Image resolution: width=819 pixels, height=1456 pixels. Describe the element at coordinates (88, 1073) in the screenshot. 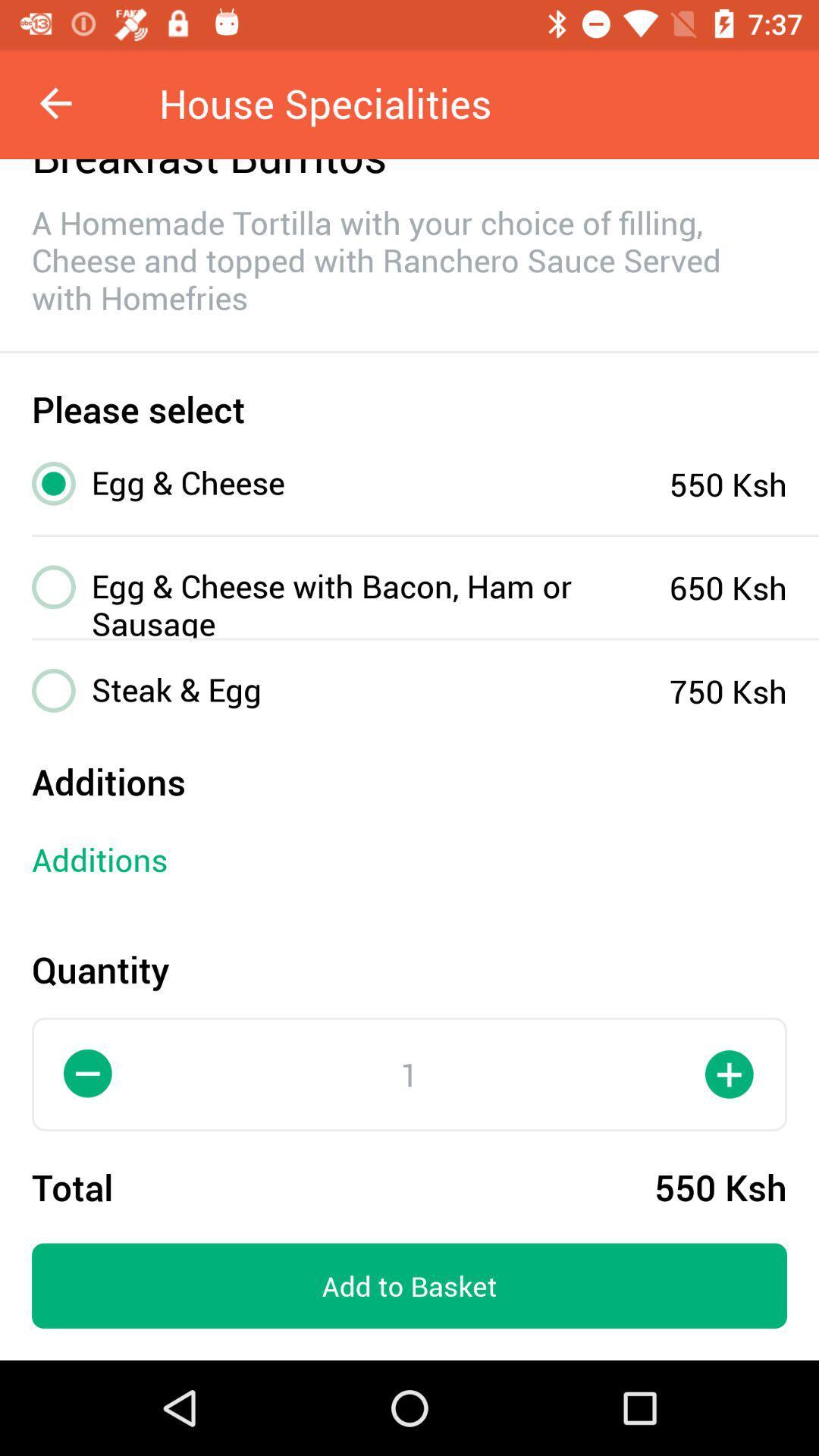

I see `icon above total` at that location.